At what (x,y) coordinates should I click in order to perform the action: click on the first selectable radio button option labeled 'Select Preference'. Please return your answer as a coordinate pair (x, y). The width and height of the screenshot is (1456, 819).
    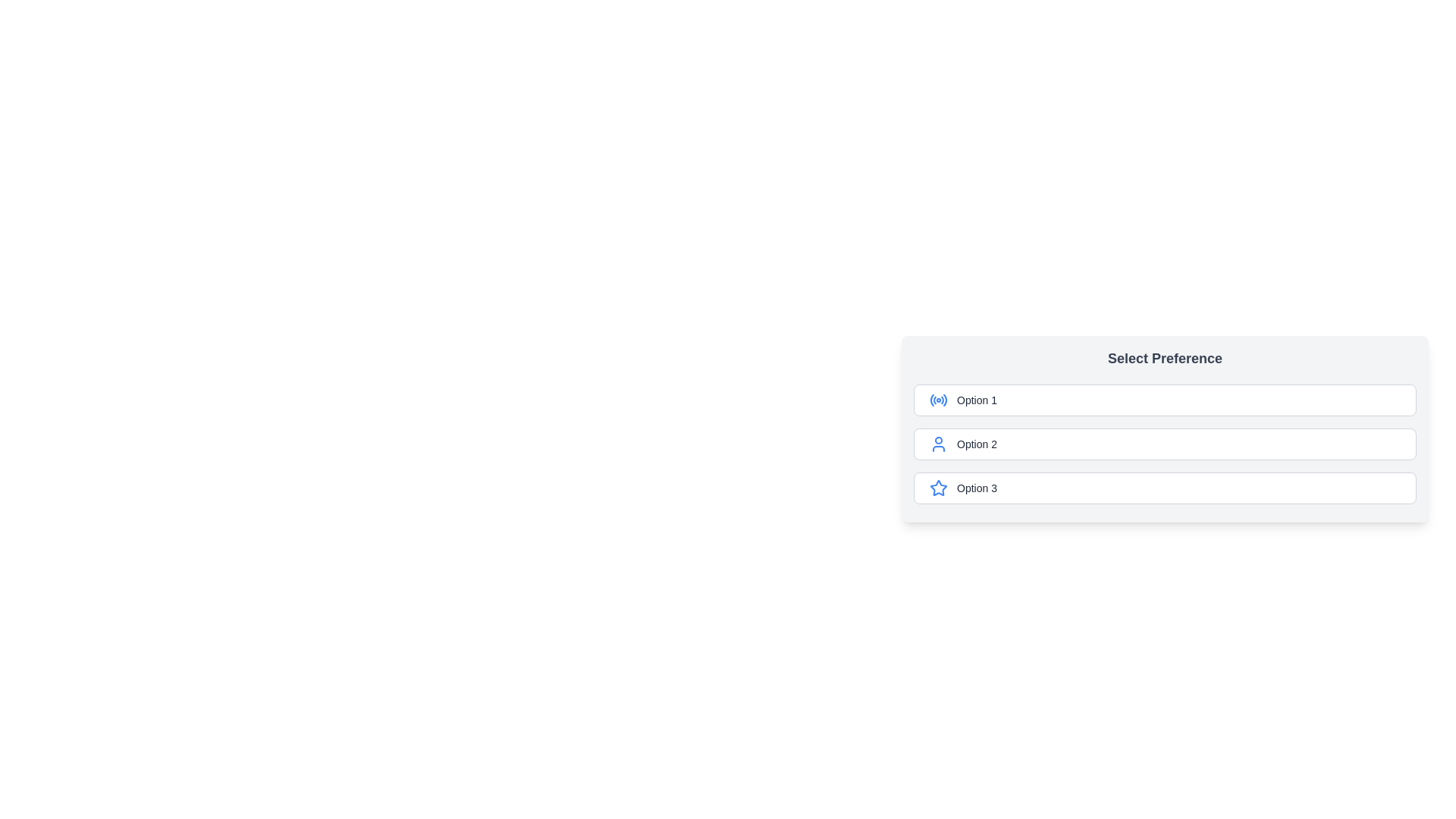
    Looking at the image, I should click on (1164, 400).